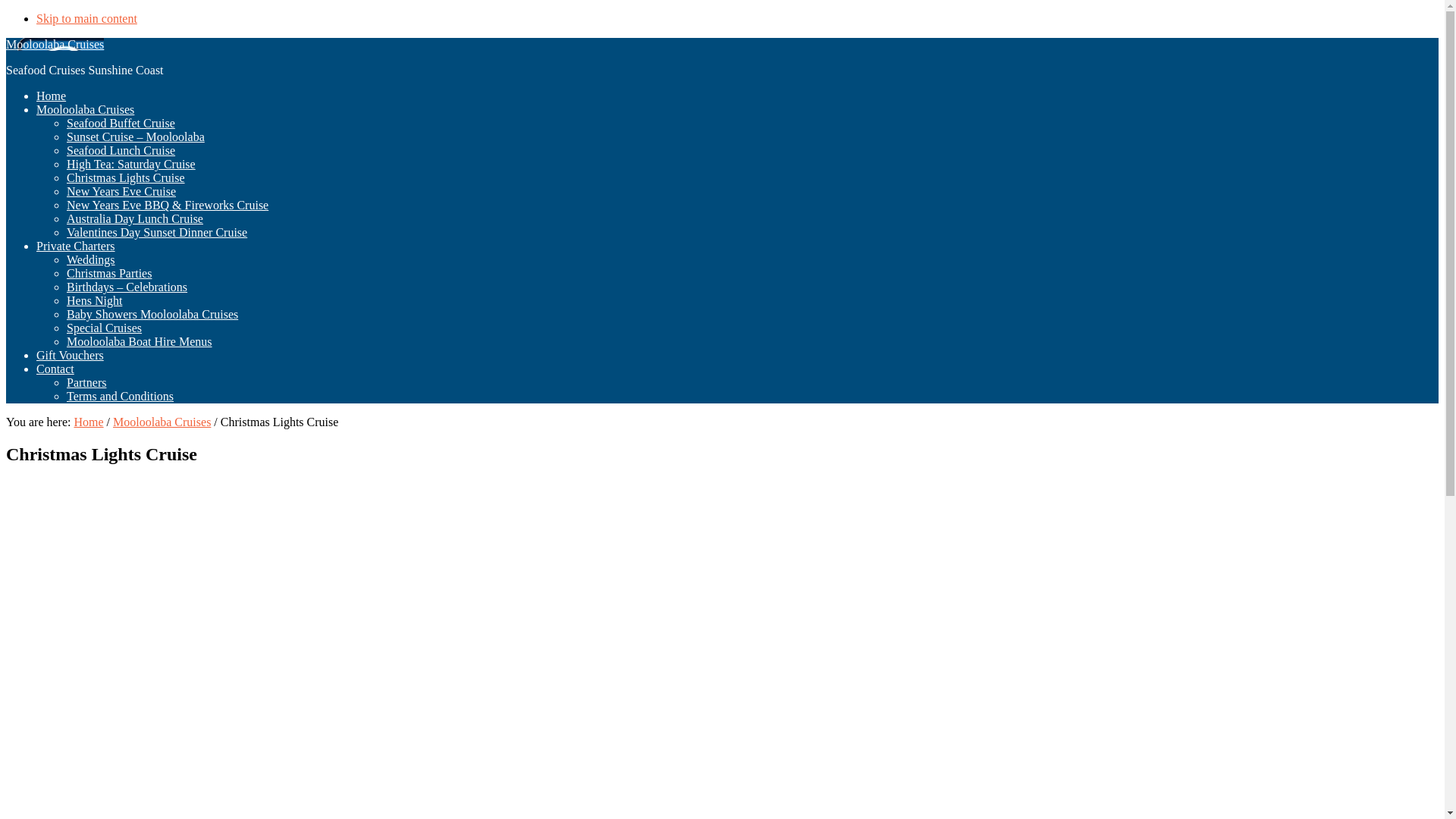 The width and height of the screenshot is (1456, 819). Describe the element at coordinates (120, 150) in the screenshot. I see `'Seafood Lunch Cruise'` at that location.